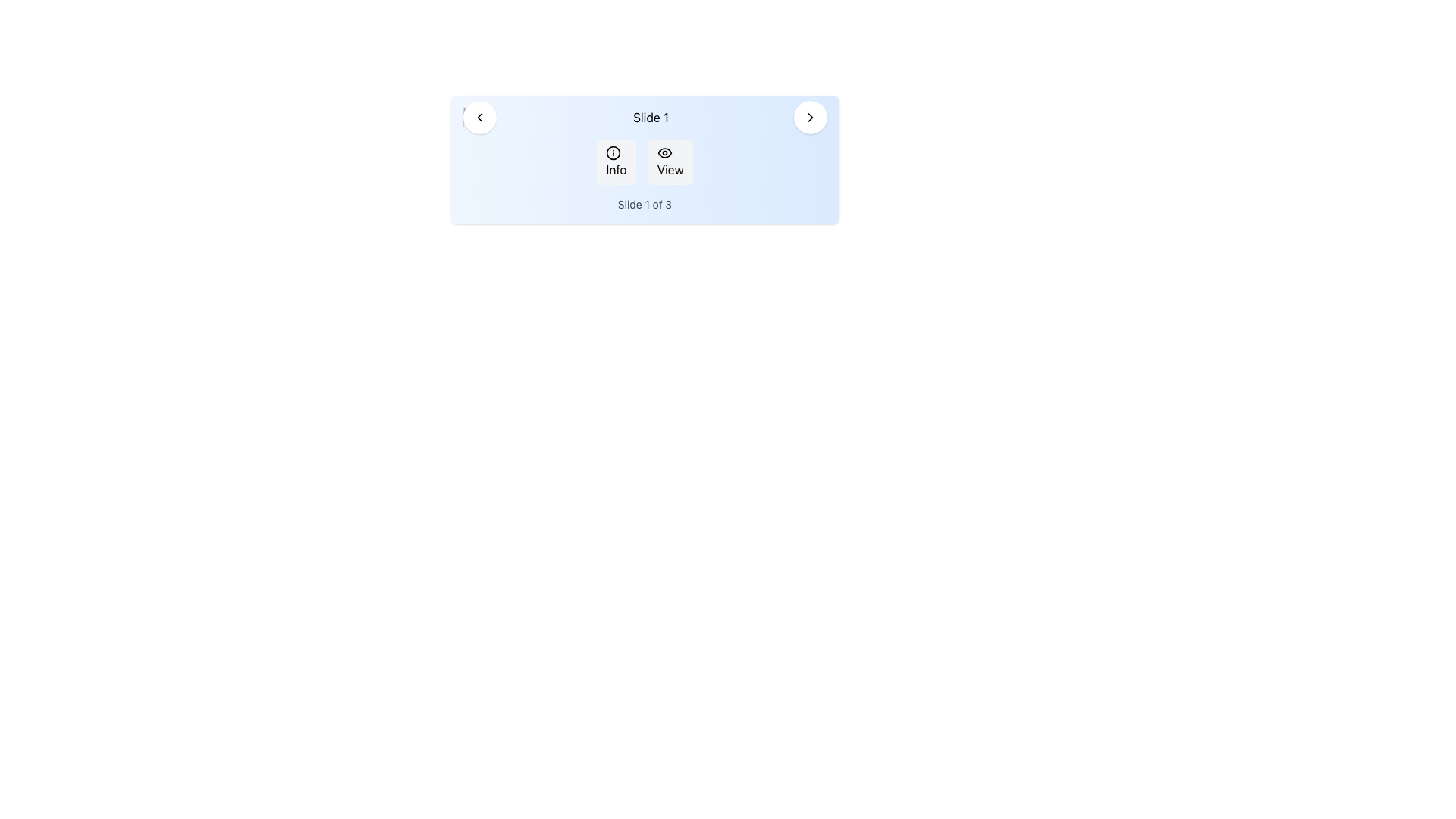 This screenshot has height=819, width=1456. What do you see at coordinates (613, 152) in the screenshot?
I see `the filled circular icon within the 'Info' button, which is part of the panel displaying 'Slide 1'` at bounding box center [613, 152].